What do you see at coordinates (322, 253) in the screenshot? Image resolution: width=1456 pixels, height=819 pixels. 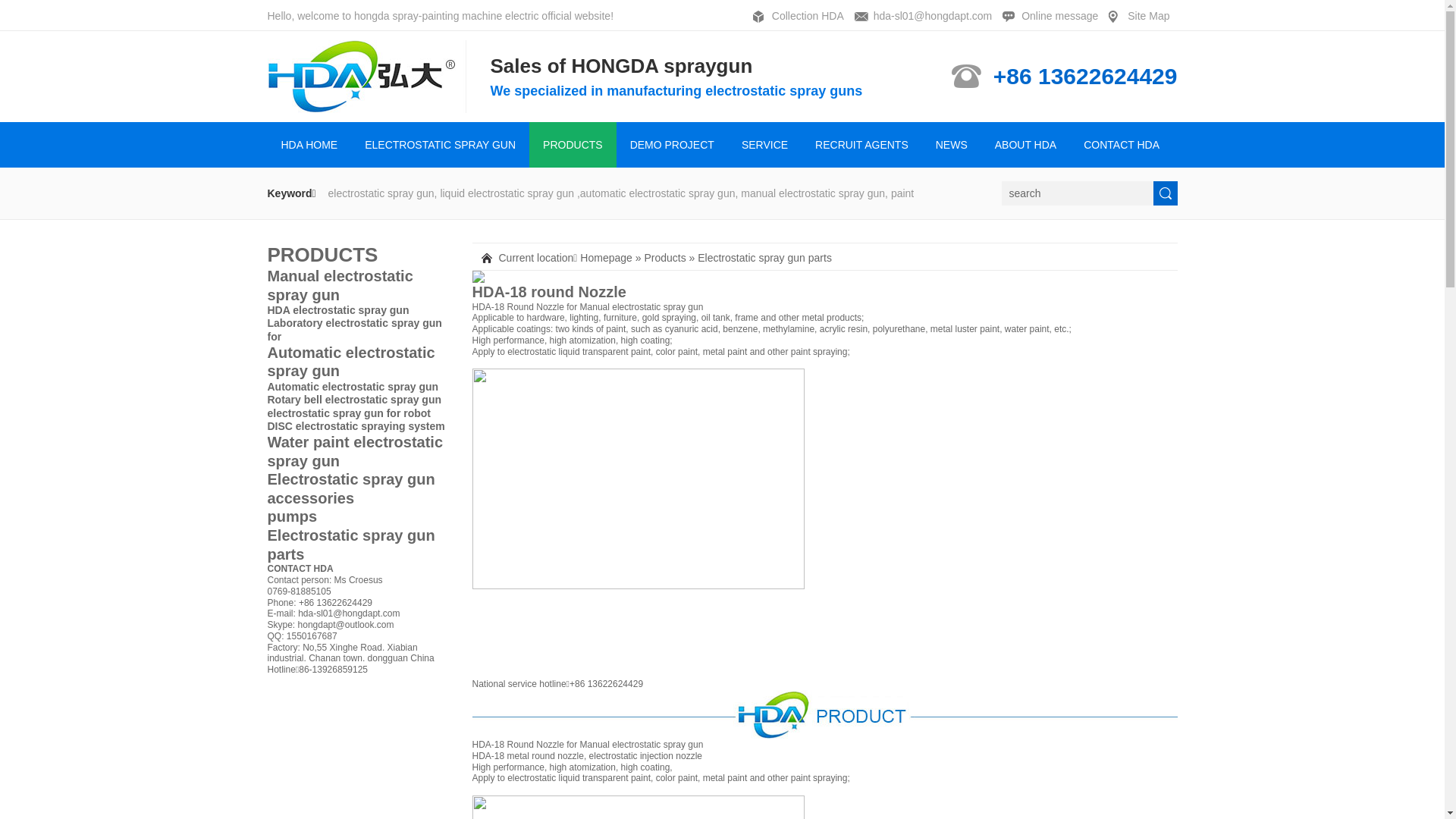 I see `'PRODUCTS'` at bounding box center [322, 253].